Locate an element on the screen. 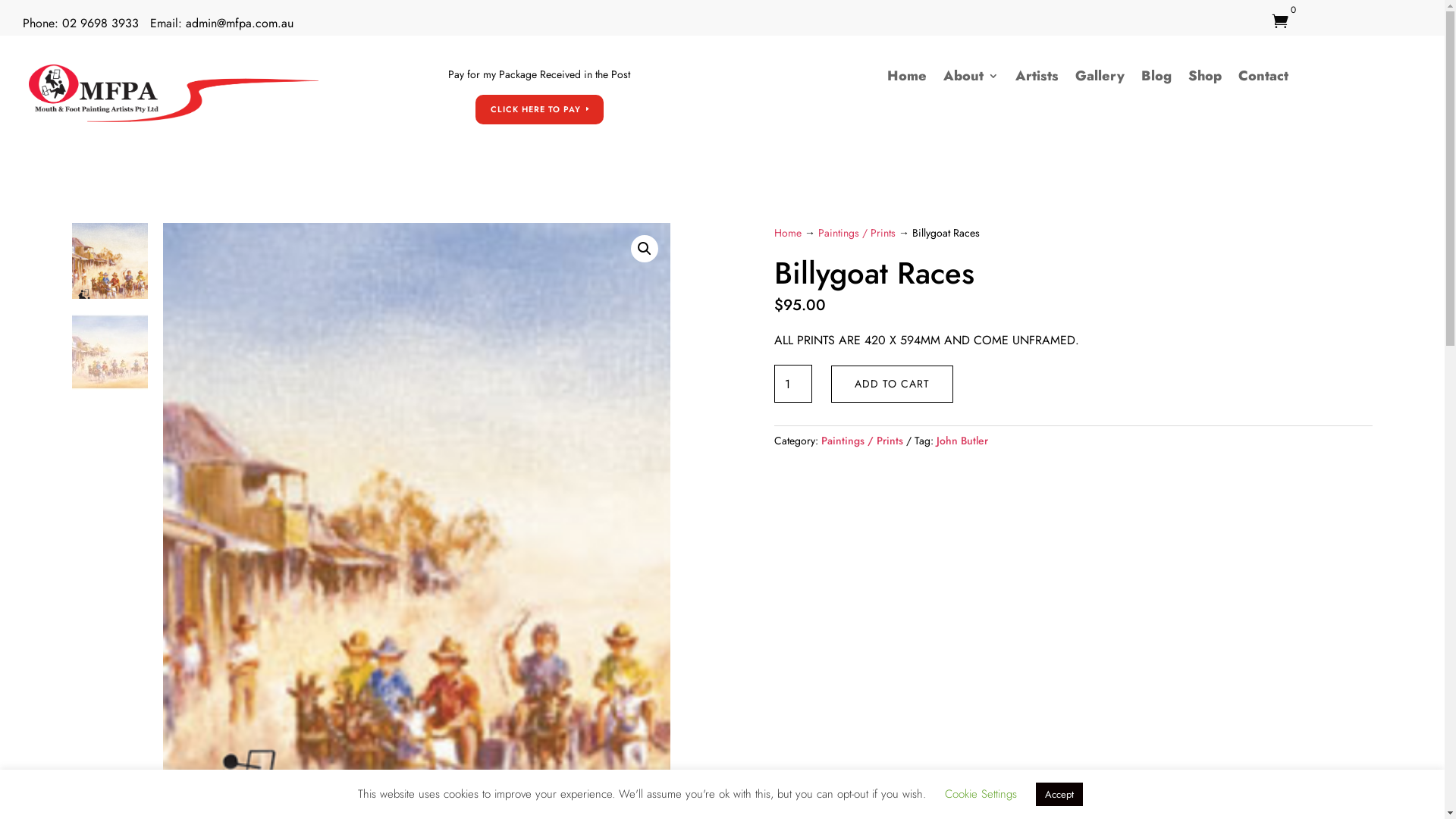 This screenshot has width=1456, height=819. 'ADD TO CART' is located at coordinates (892, 383).